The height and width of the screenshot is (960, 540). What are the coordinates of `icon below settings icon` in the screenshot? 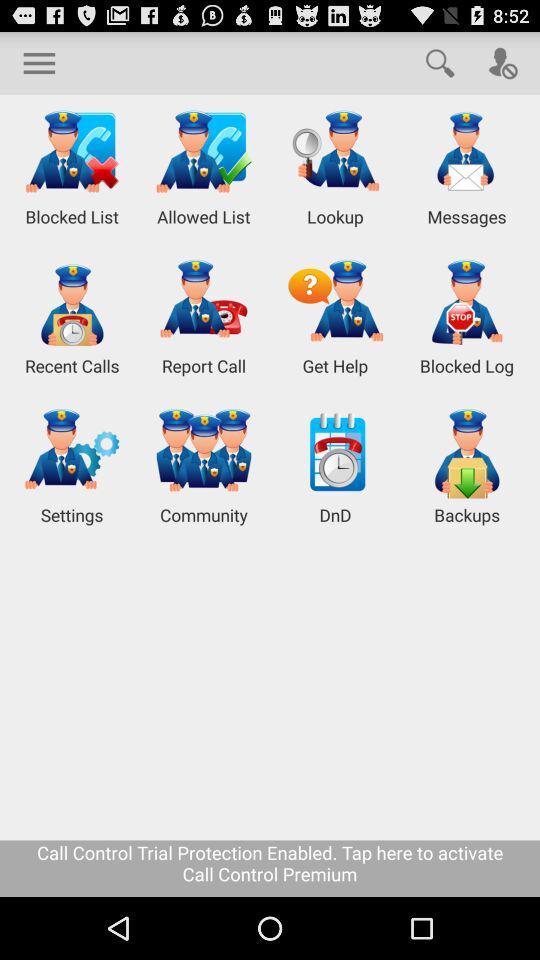 It's located at (270, 867).